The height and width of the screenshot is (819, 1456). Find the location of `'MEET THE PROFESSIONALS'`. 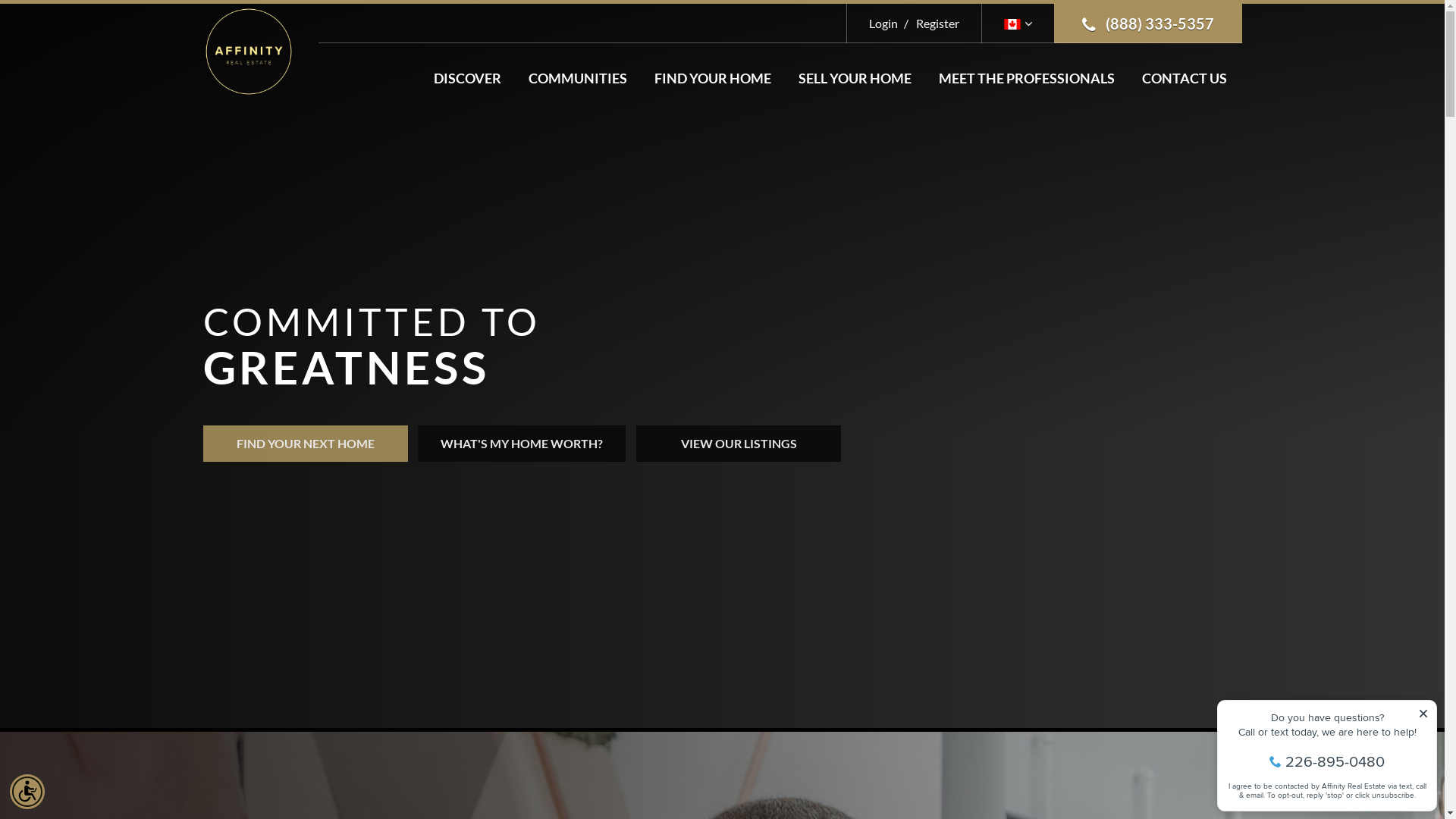

'MEET THE PROFESSIONALS' is located at coordinates (1026, 78).